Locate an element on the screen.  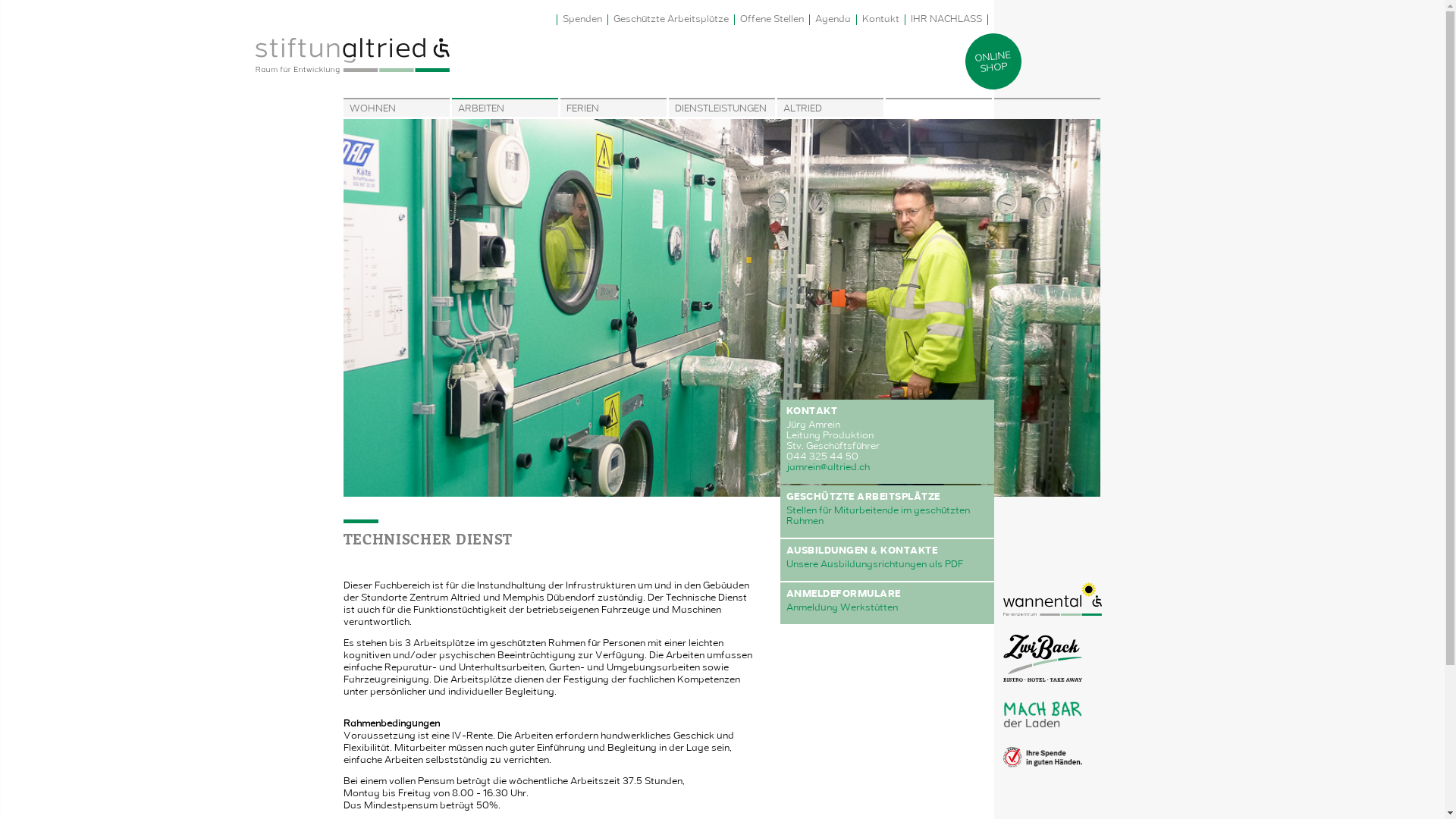
'Spenden' is located at coordinates (581, 20).